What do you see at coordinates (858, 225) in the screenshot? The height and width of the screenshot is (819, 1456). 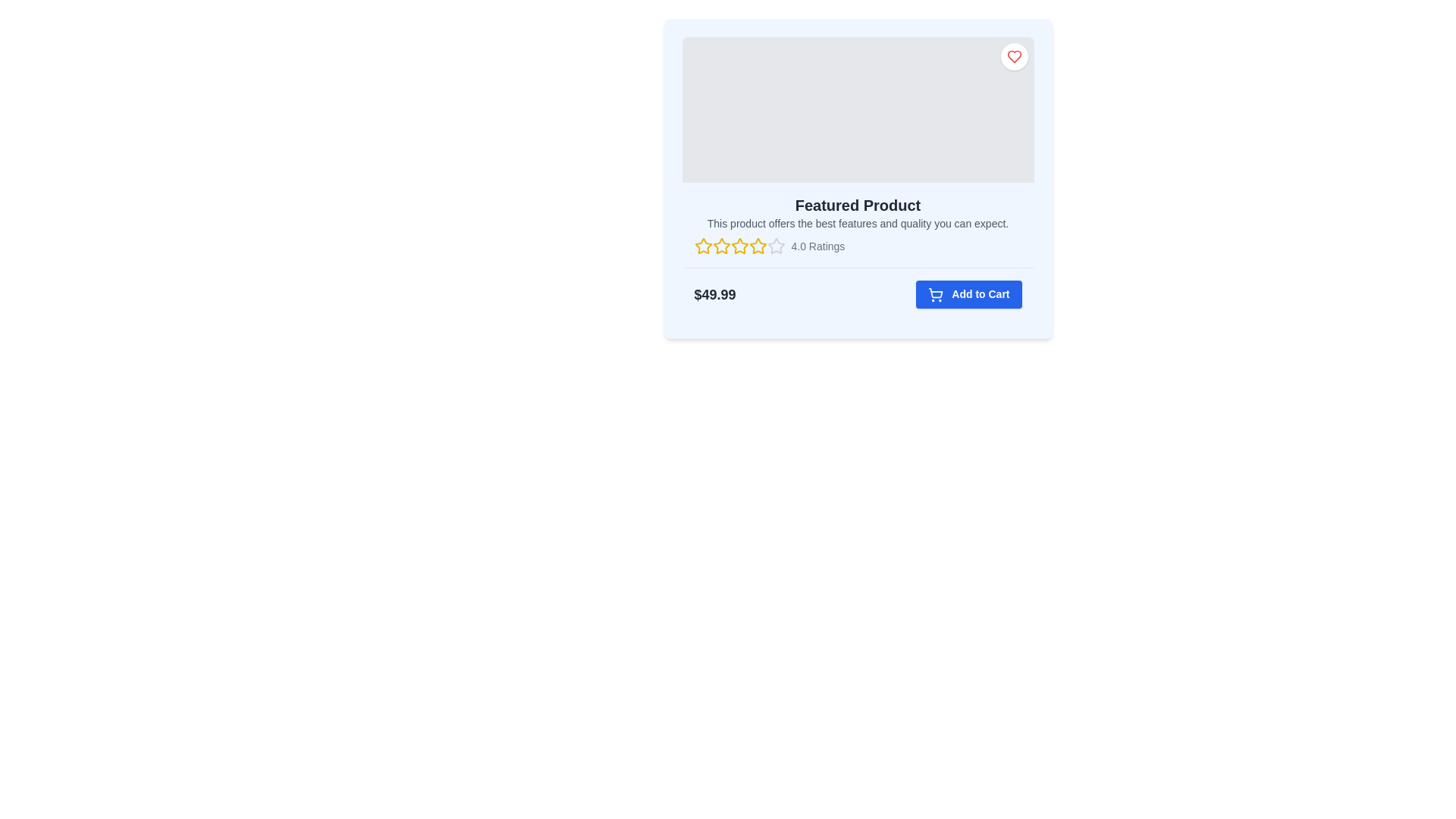 I see `textual information from the Informational Content Block titled 'Featured Product', which includes the description 'This product offers the best features and quality you can expect.' and the rating '4.0 Ratings'` at bounding box center [858, 225].